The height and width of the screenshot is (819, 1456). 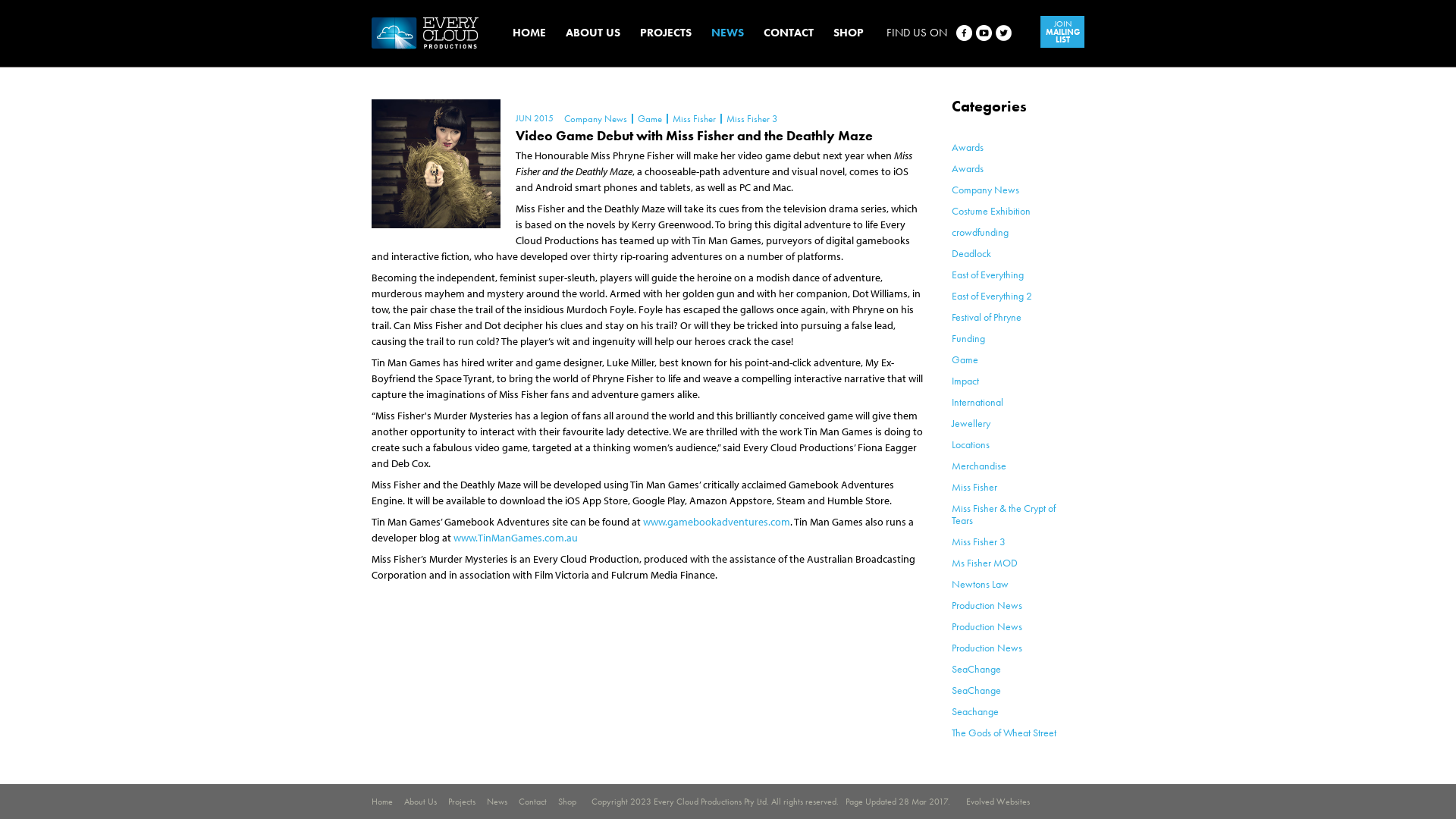 What do you see at coordinates (964, 379) in the screenshot?
I see `'Impact'` at bounding box center [964, 379].